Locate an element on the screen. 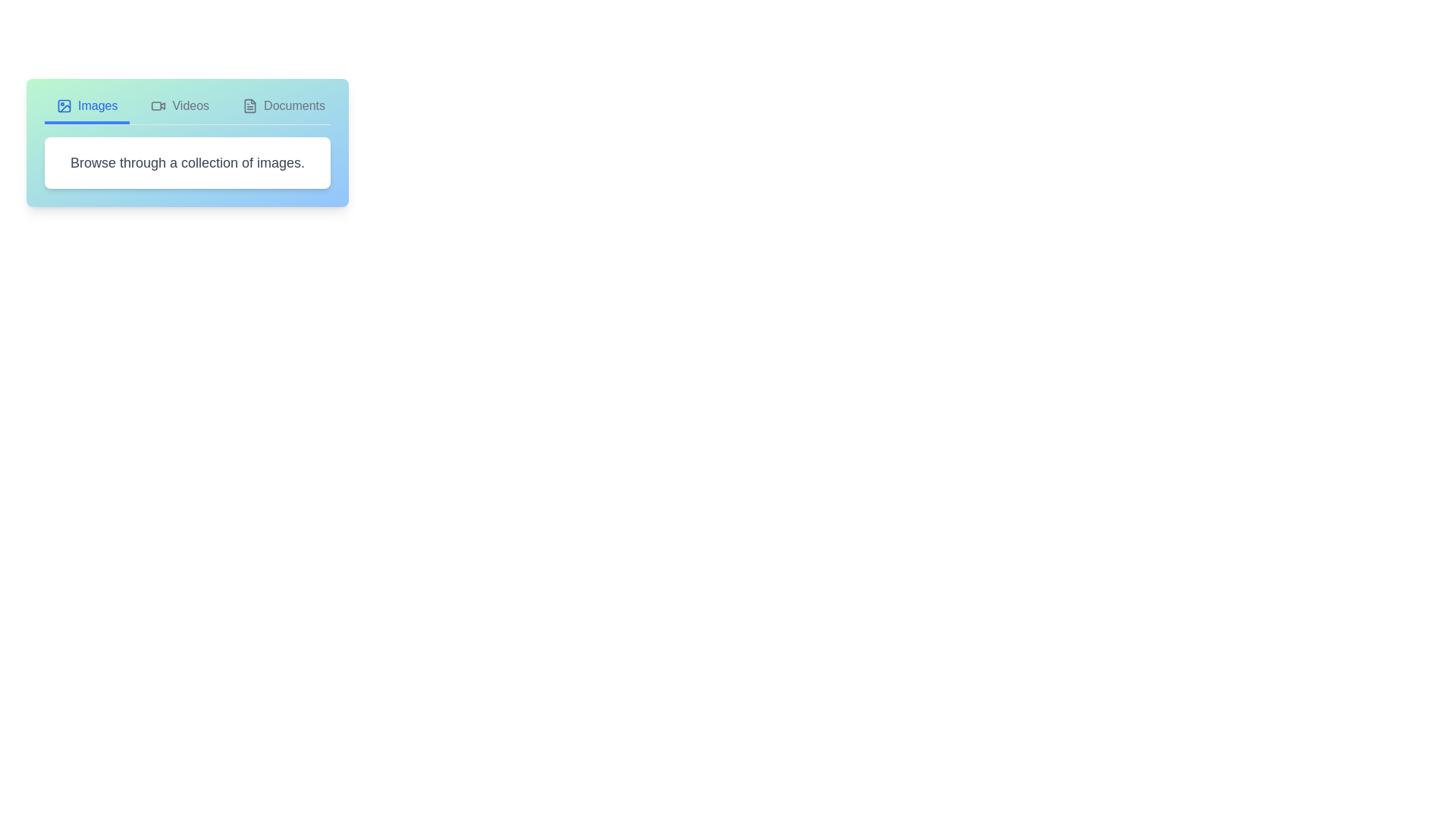 The image size is (1456, 819). the tab labeled Videos is located at coordinates (180, 110).